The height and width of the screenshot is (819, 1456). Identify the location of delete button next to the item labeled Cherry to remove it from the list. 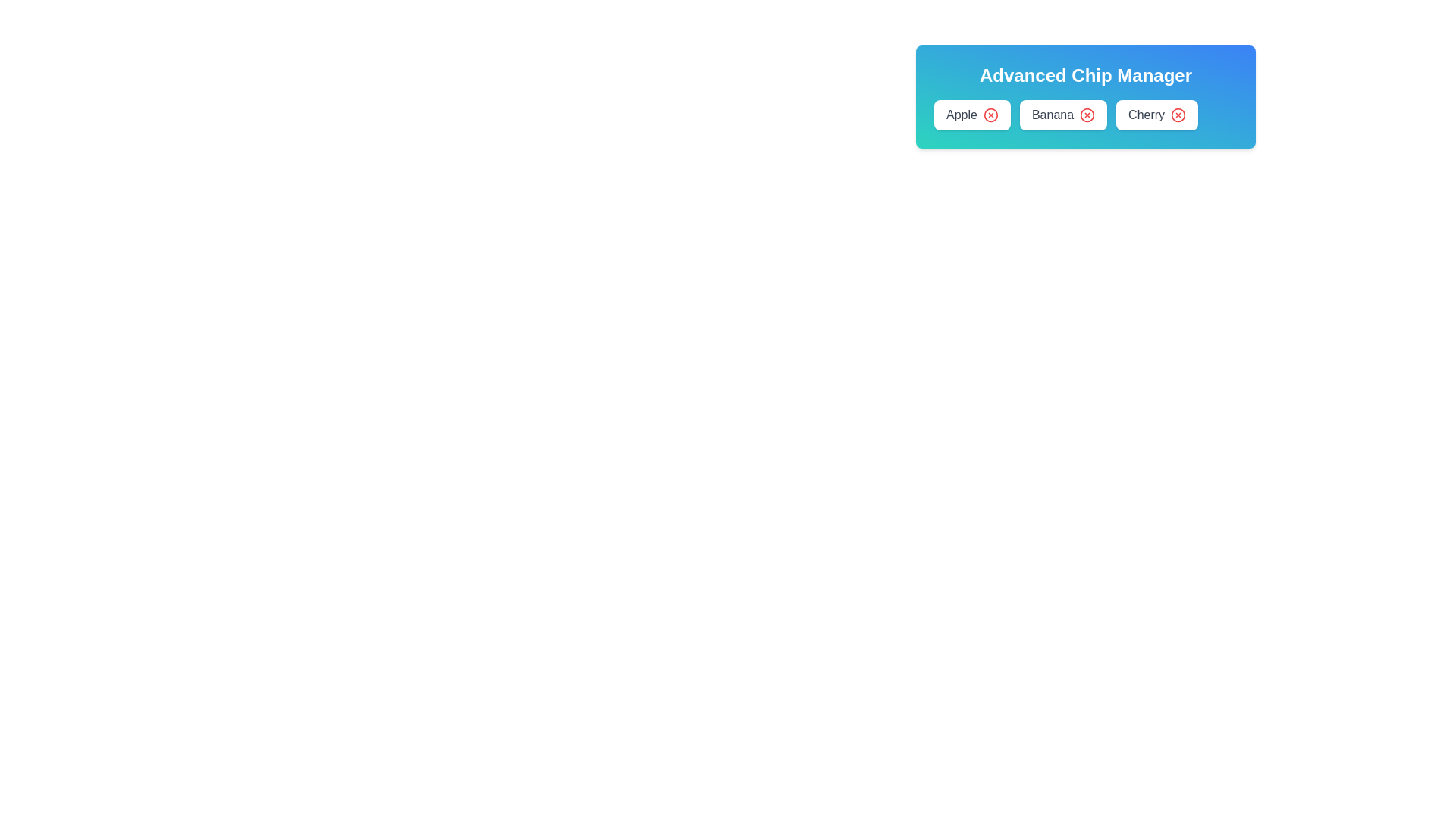
(1178, 114).